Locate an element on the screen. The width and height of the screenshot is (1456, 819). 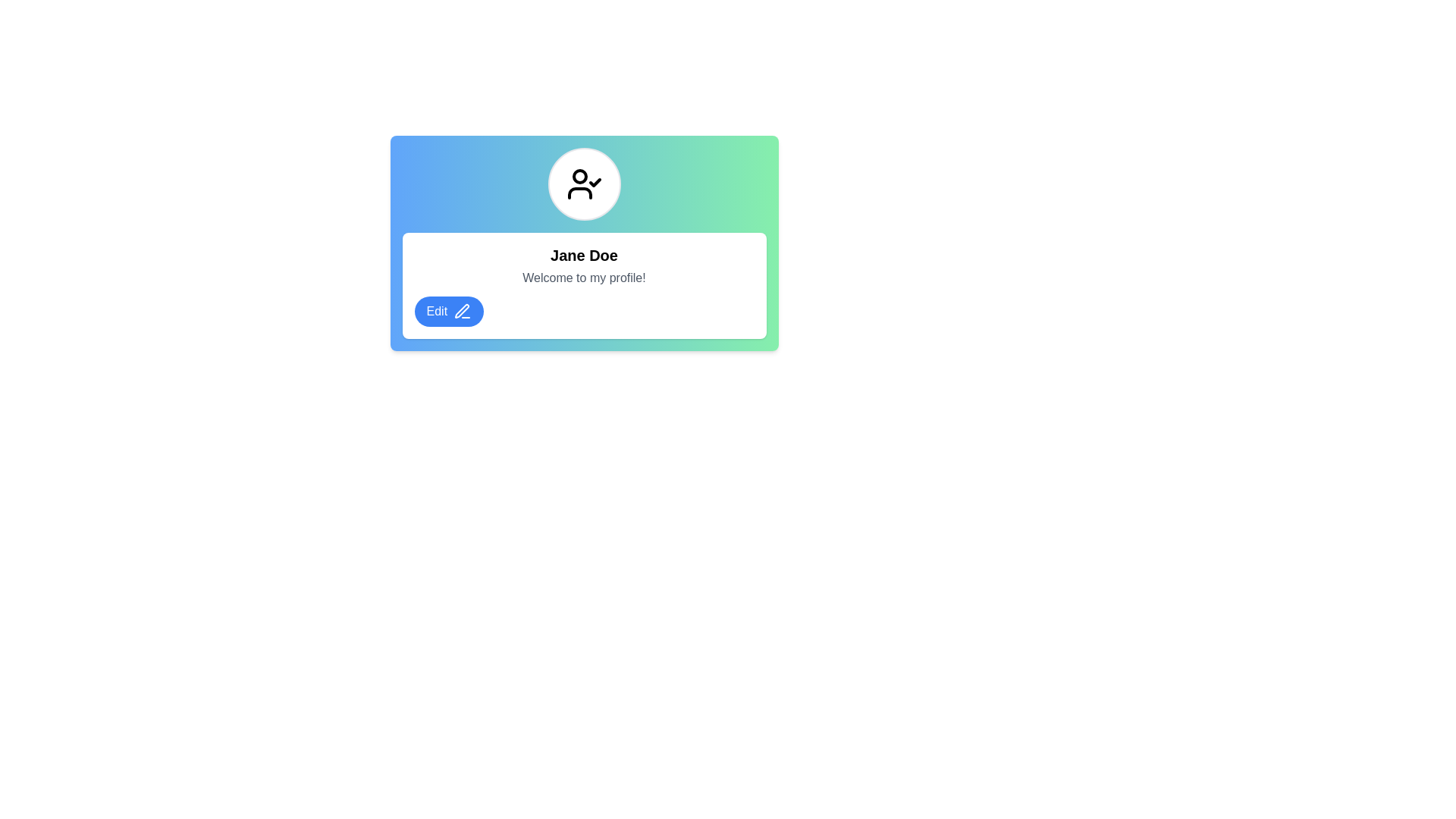
the decorative SVG Circle that is part of the user icon with a checkmark, located in the center of the interface is located at coordinates (579, 175).